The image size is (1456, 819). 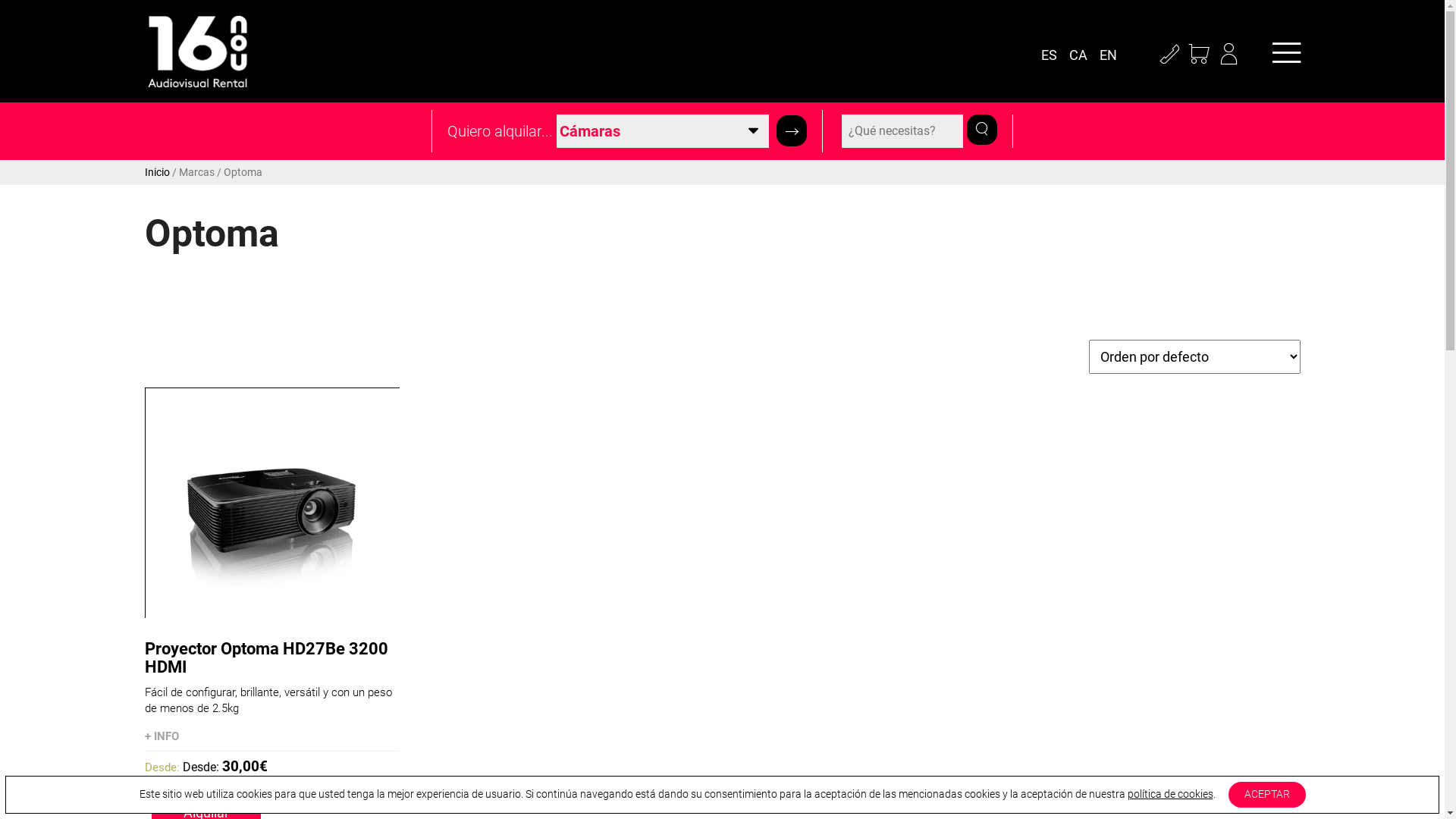 I want to click on 'Mi cuenta', so click(x=1215, y=55).